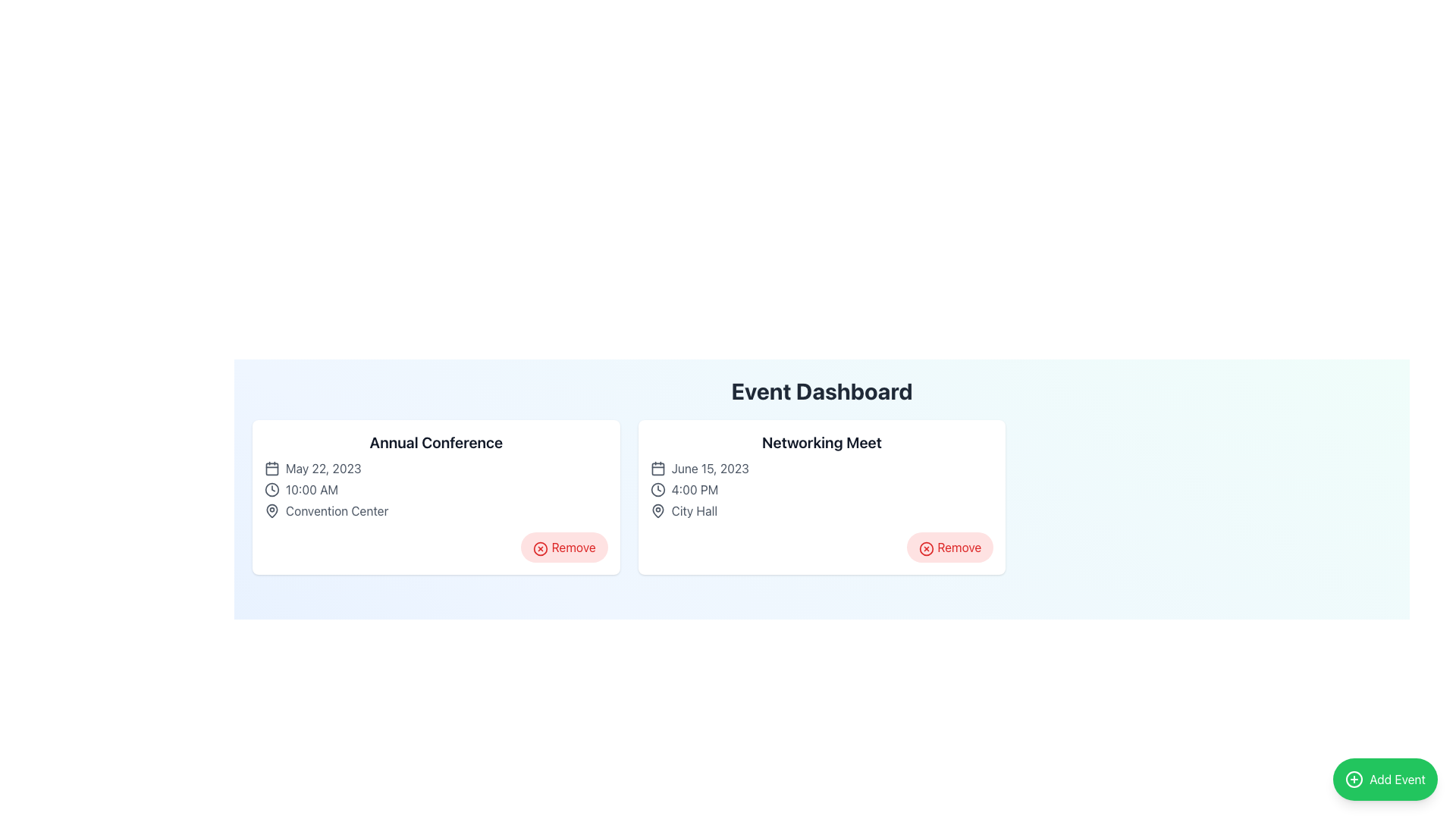 This screenshot has height=819, width=1456. I want to click on the text label indicating the location of the event for 'Networking Meet', which is positioned beneath the time information and to the right of a location pin icon, so click(693, 511).